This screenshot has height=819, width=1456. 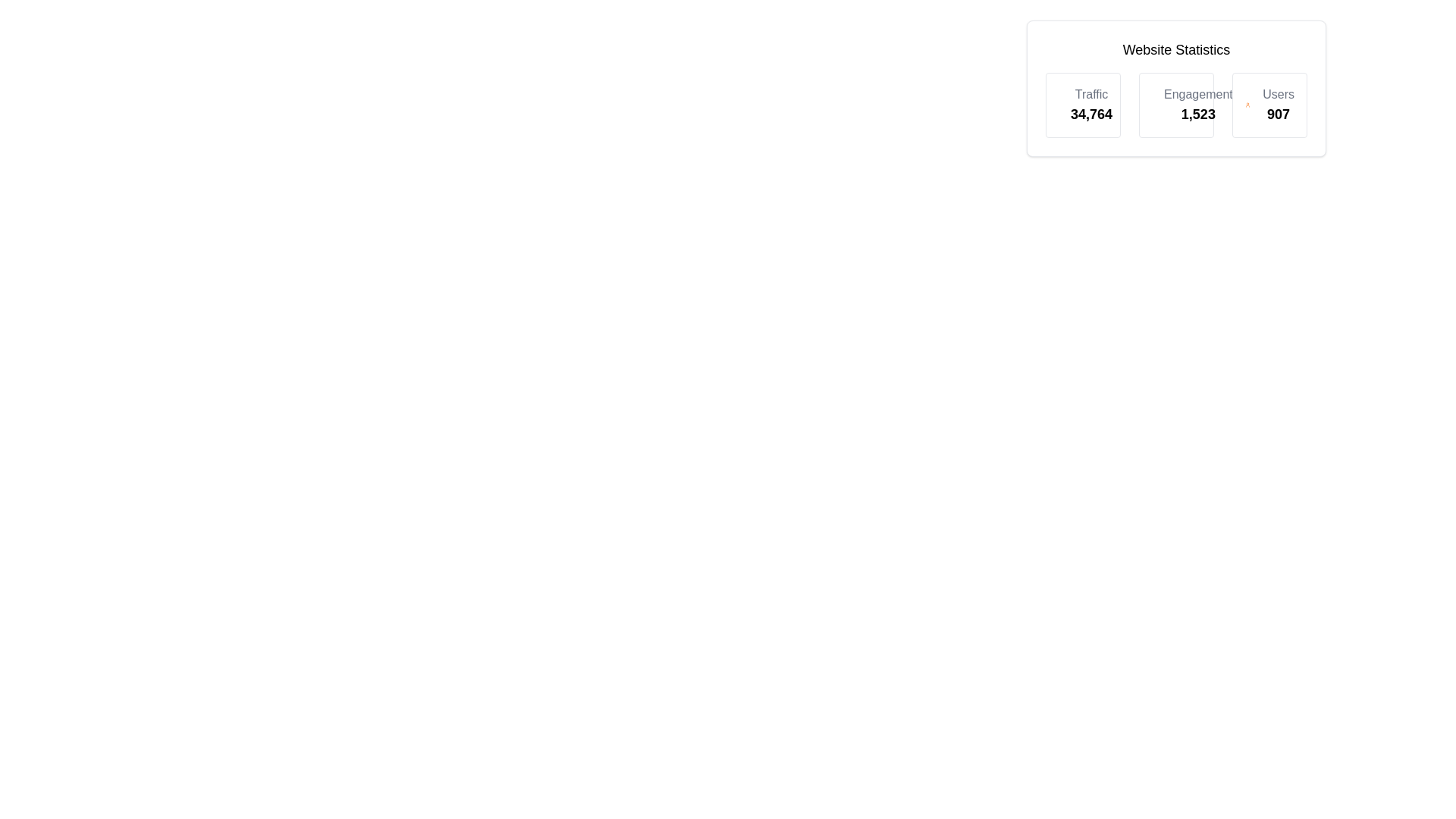 What do you see at coordinates (1090, 113) in the screenshot?
I see `the bold text '34,764' that is emphasized below the 'Traffic' label in the leftmost panel` at bounding box center [1090, 113].